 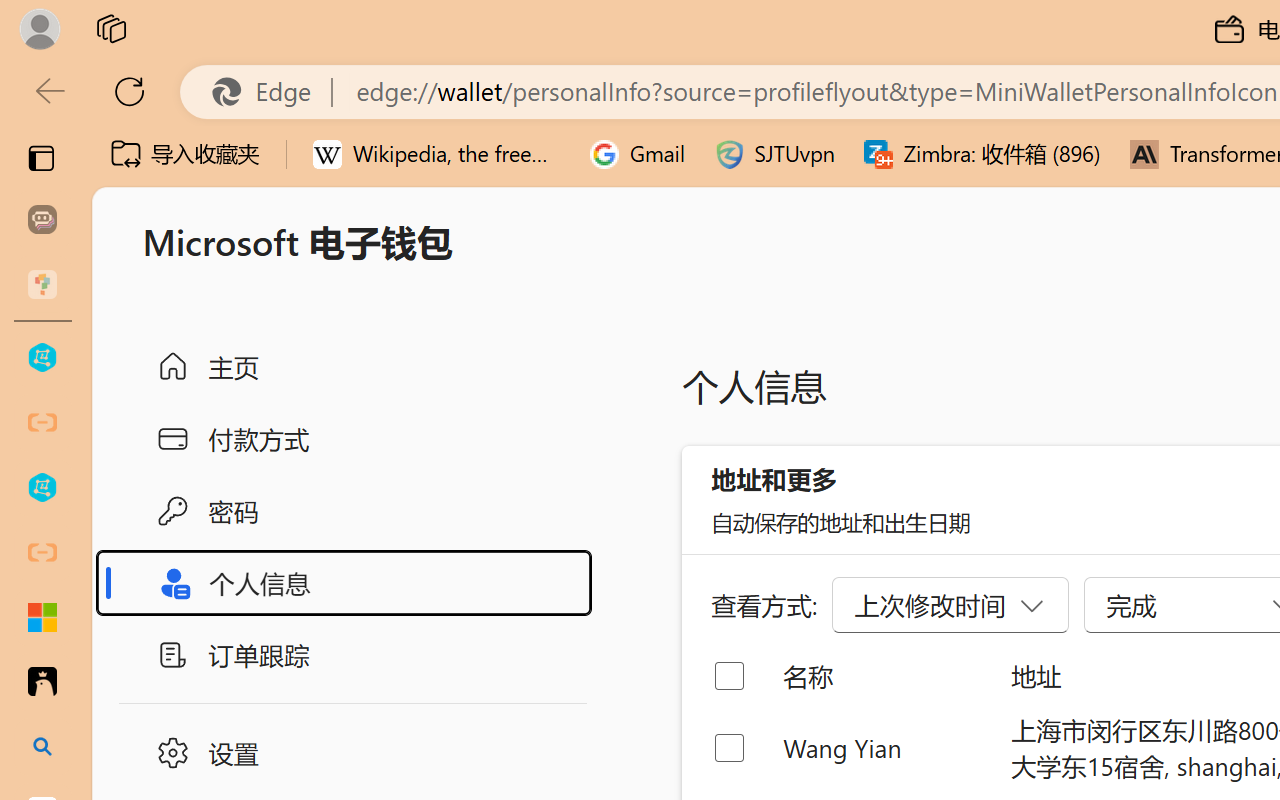 I want to click on 'wangyian_webcrawler - DSW', so click(x=42, y=488).